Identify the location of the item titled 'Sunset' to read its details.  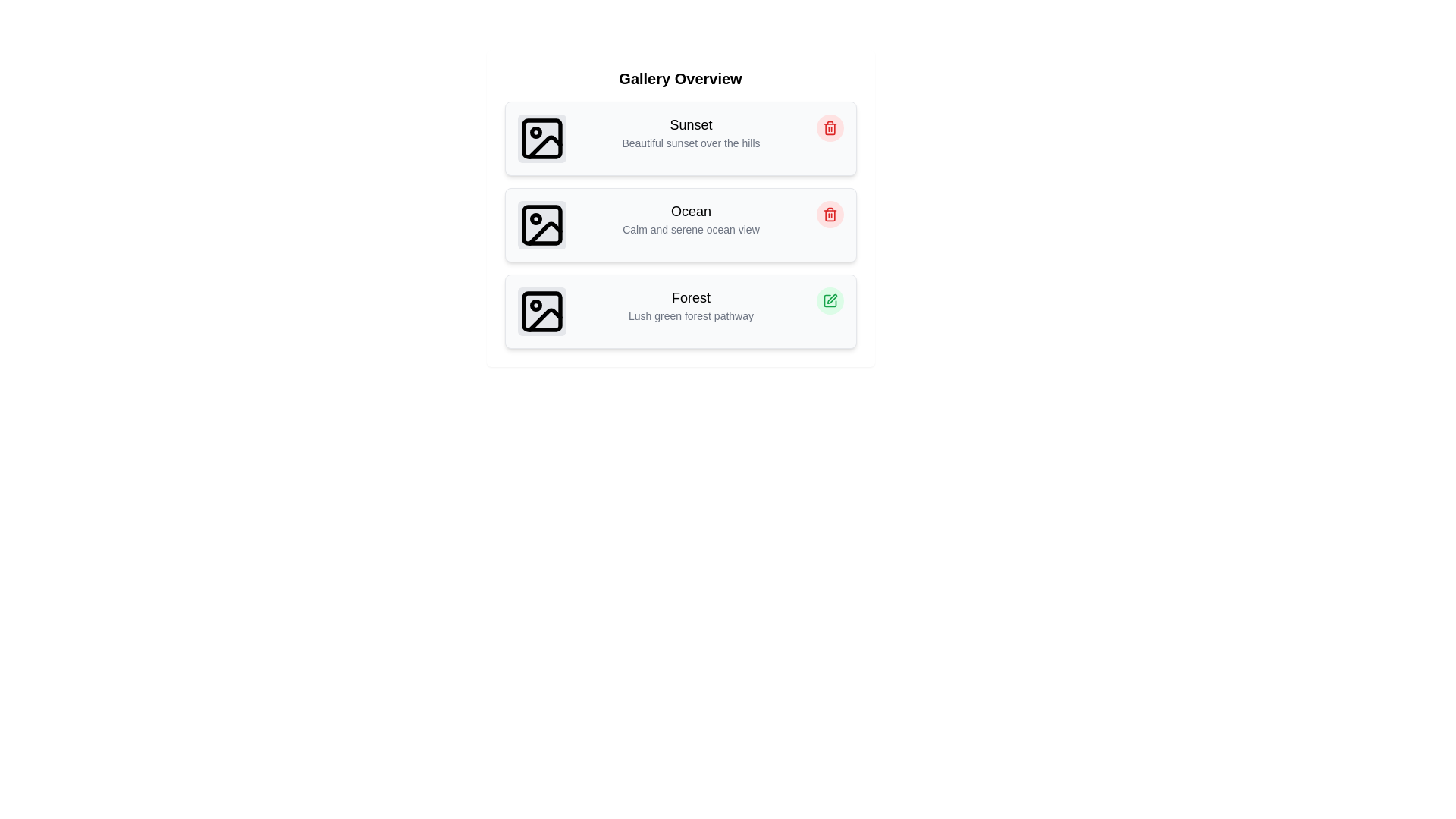
(679, 138).